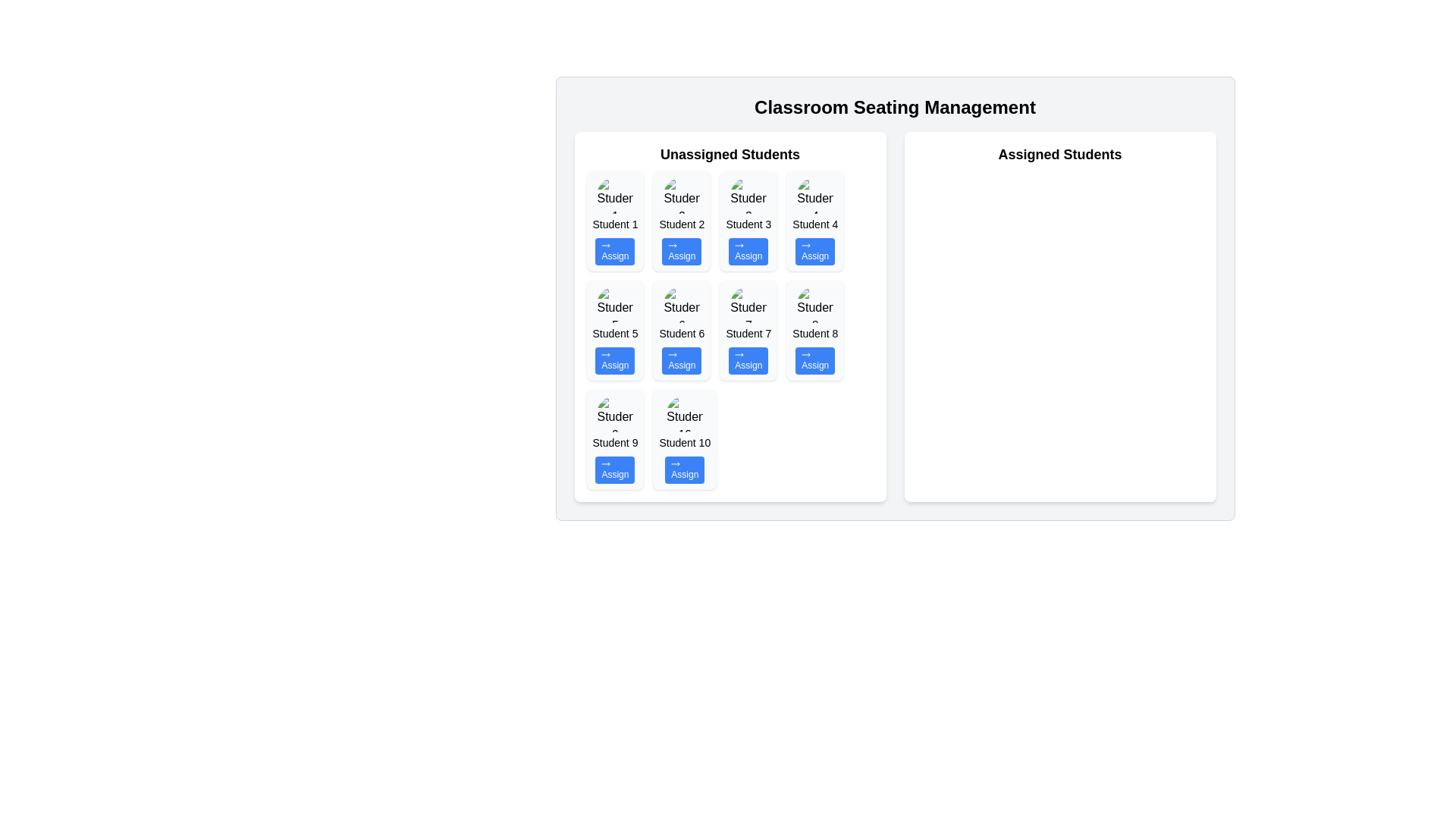 The width and height of the screenshot is (1456, 819). What do you see at coordinates (680, 329) in the screenshot?
I see `the 'Assign' button on the Composite card representing 'Student 6' in the 'Unassigned Students' section to assign the student to a seat or group` at bounding box center [680, 329].